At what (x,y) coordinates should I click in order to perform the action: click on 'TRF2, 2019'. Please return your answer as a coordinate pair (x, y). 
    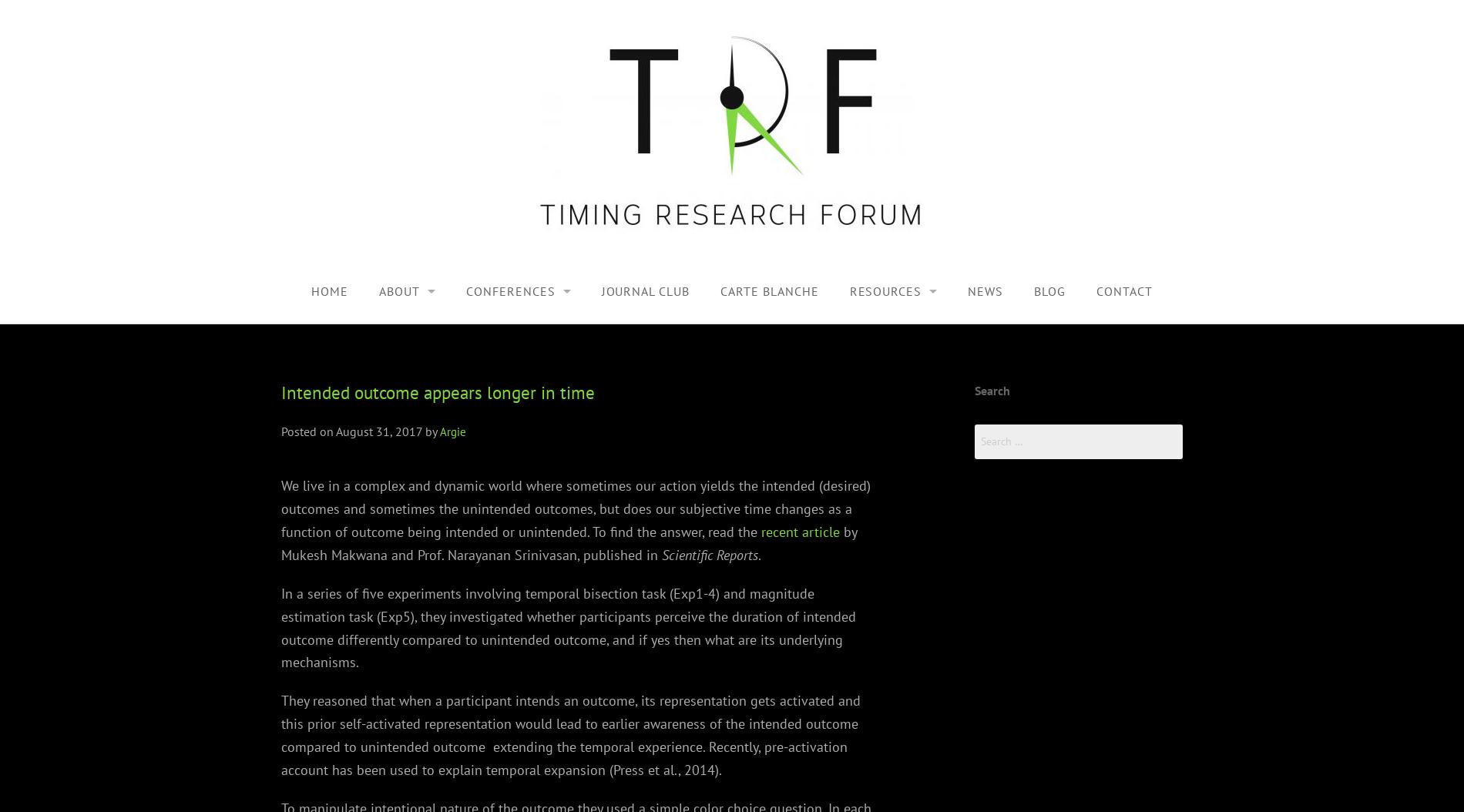
    Looking at the image, I should click on (518, 365).